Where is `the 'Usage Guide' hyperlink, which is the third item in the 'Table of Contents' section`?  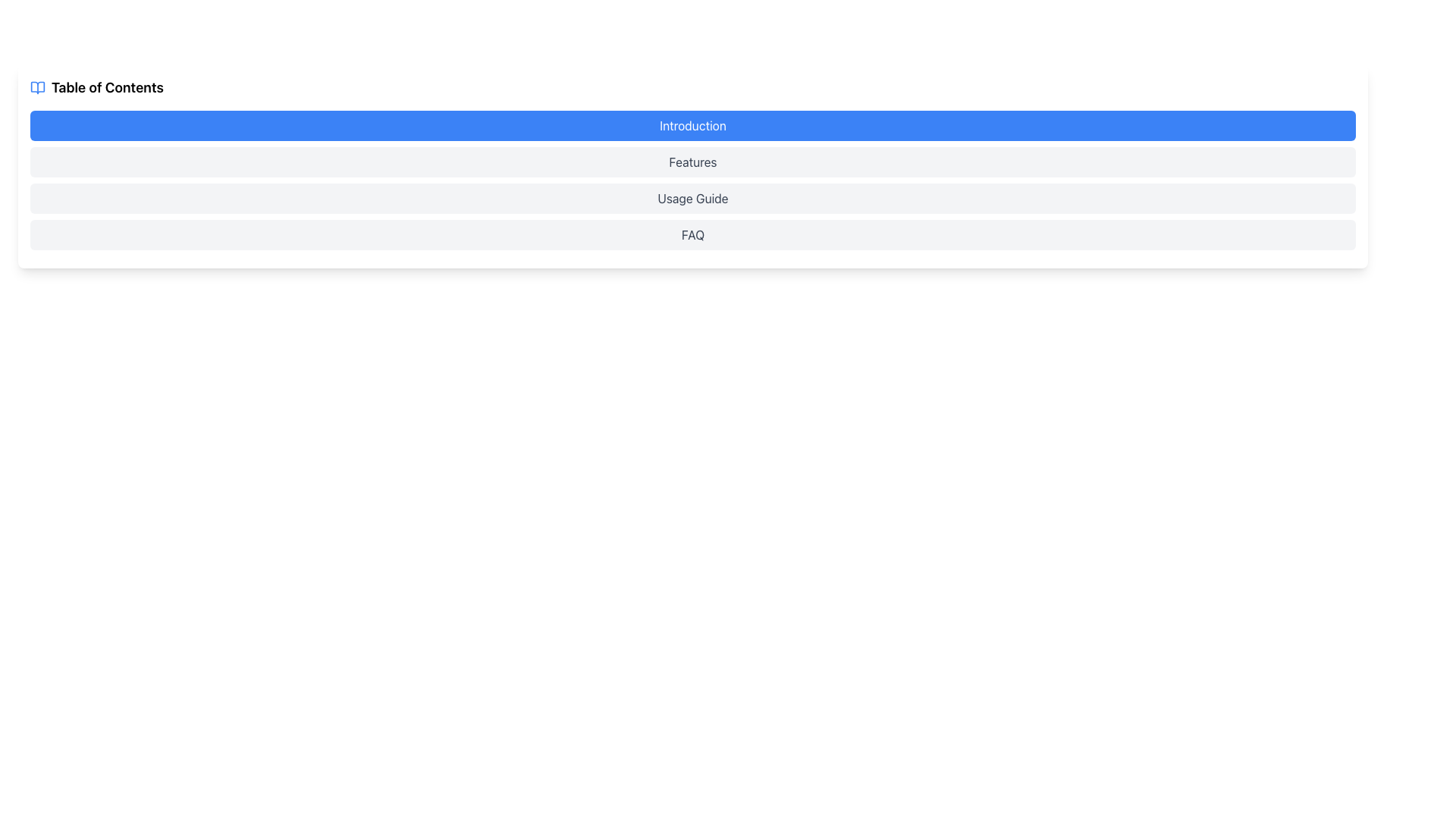 the 'Usage Guide' hyperlink, which is the third item in the 'Table of Contents' section is located at coordinates (692, 198).